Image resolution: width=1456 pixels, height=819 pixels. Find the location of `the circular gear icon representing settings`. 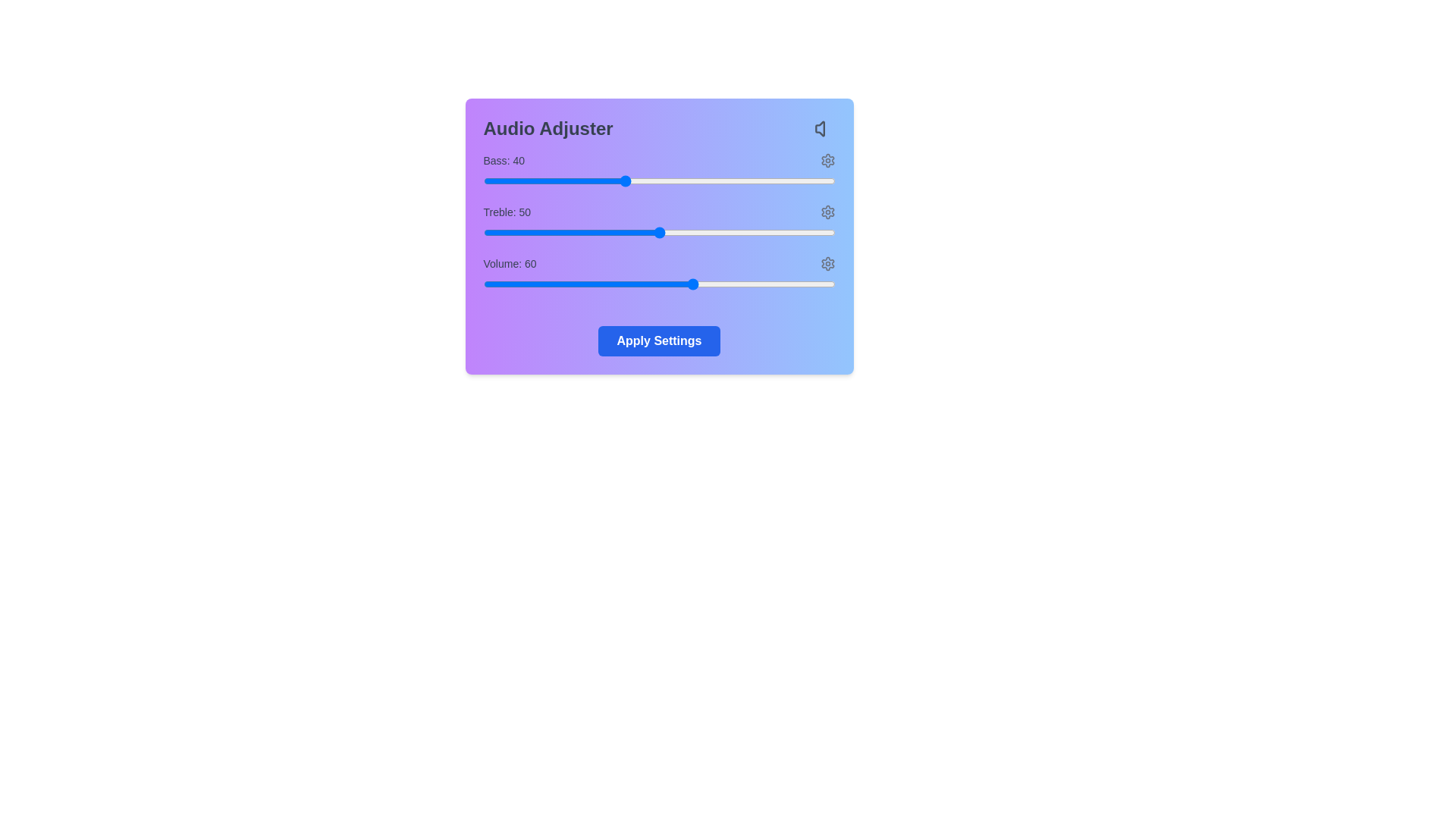

the circular gear icon representing settings is located at coordinates (827, 212).